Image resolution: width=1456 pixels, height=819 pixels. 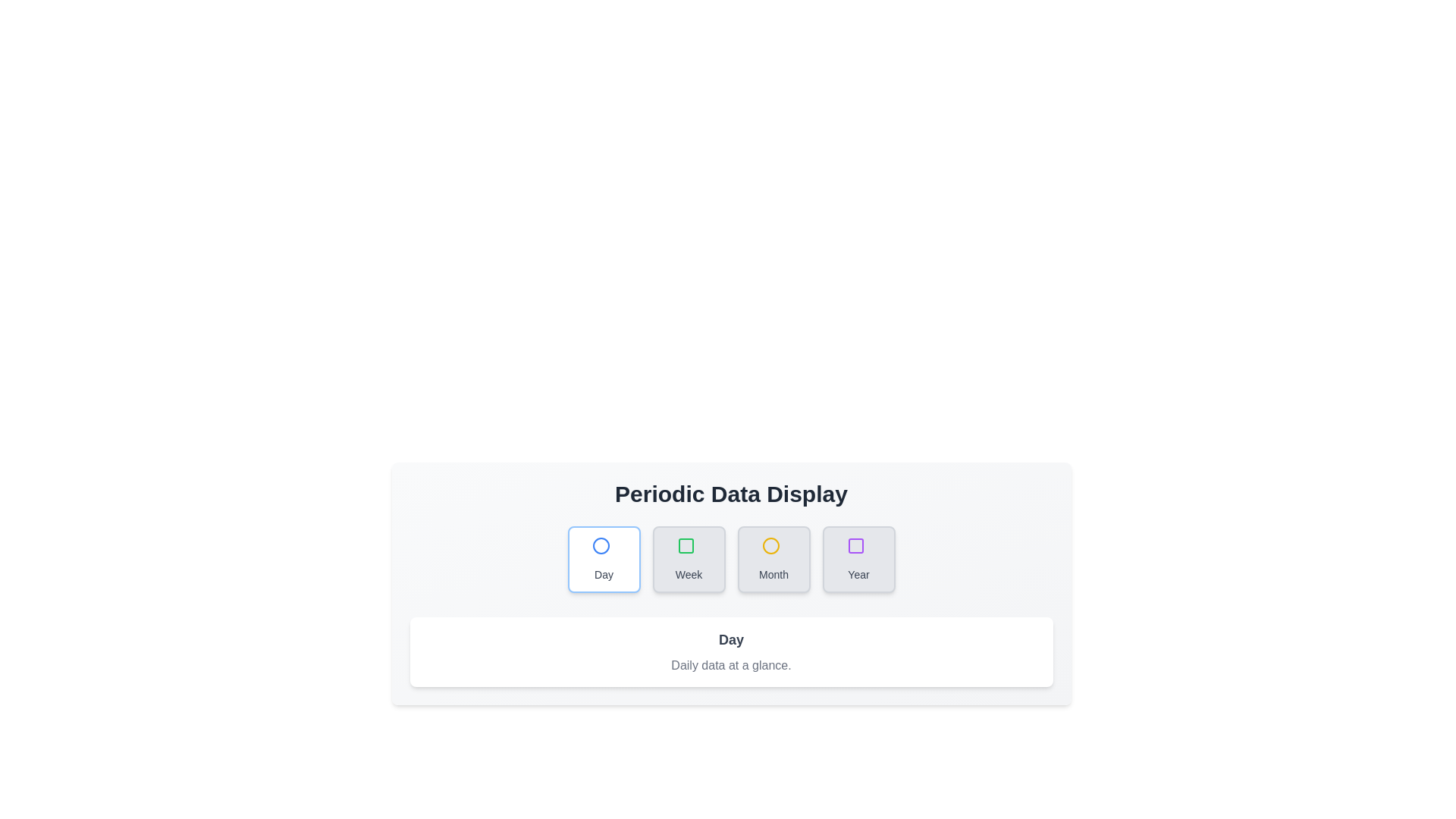 What do you see at coordinates (603, 559) in the screenshot?
I see `the first button in the row under the title 'Periodic Data Display'` at bounding box center [603, 559].